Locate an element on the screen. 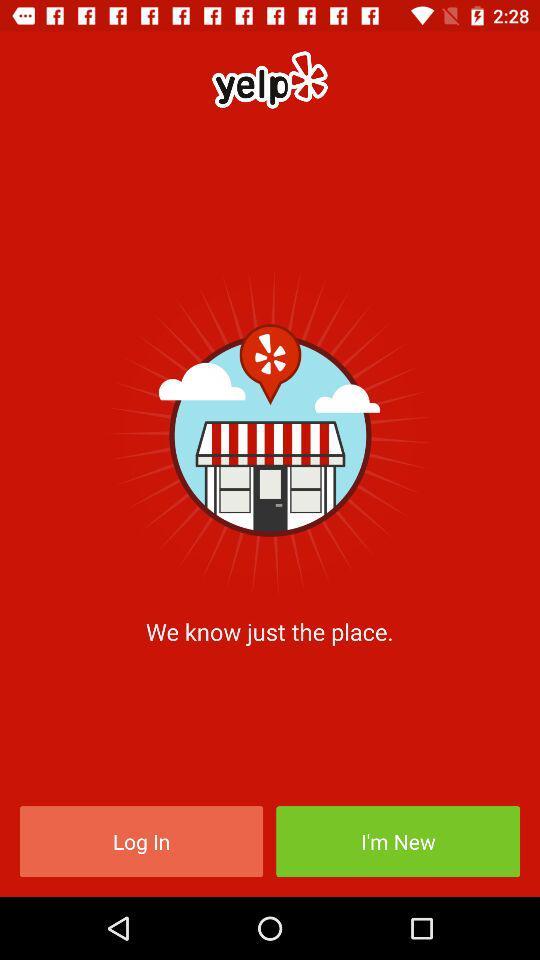 The height and width of the screenshot is (960, 540). the i'm new item is located at coordinates (398, 840).